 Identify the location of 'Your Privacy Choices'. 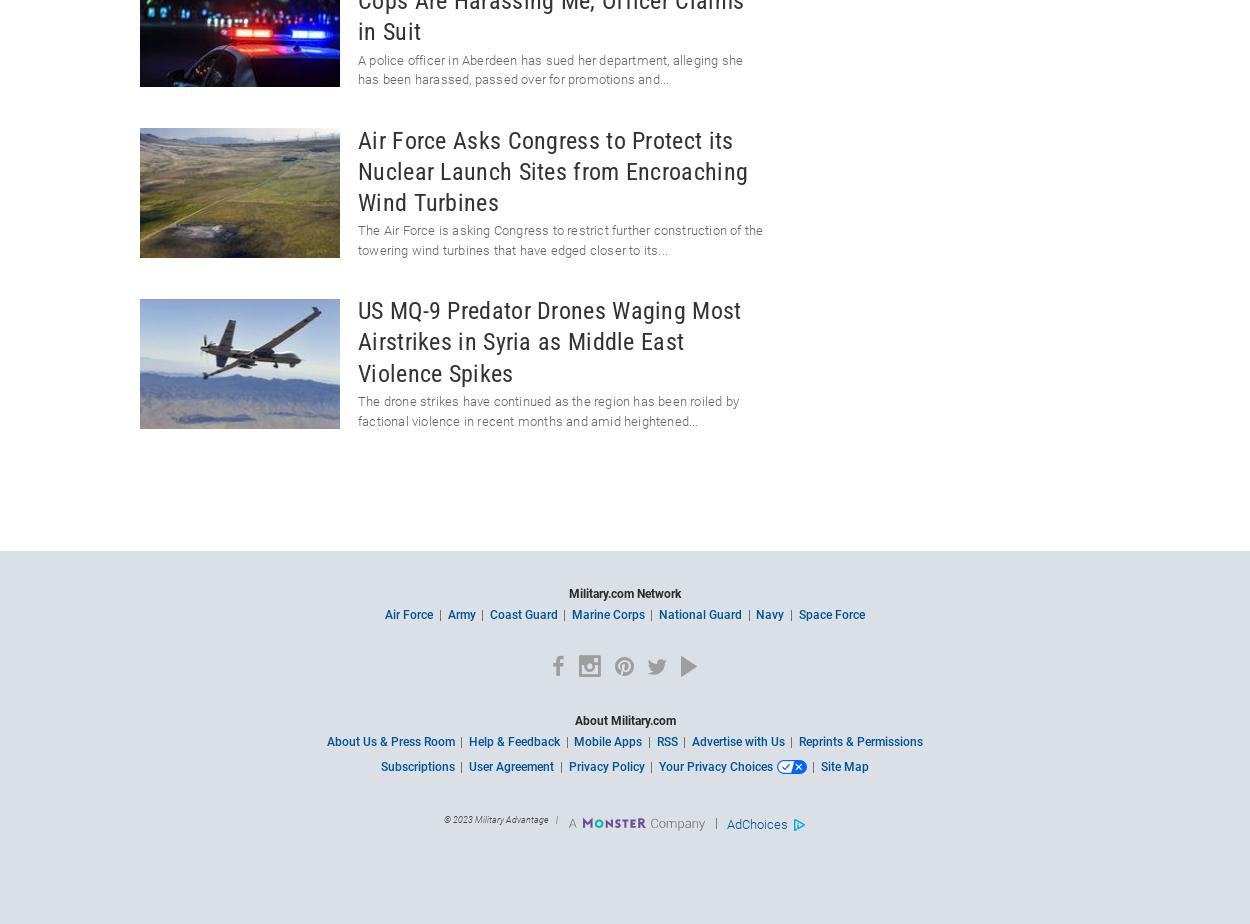
(713, 767).